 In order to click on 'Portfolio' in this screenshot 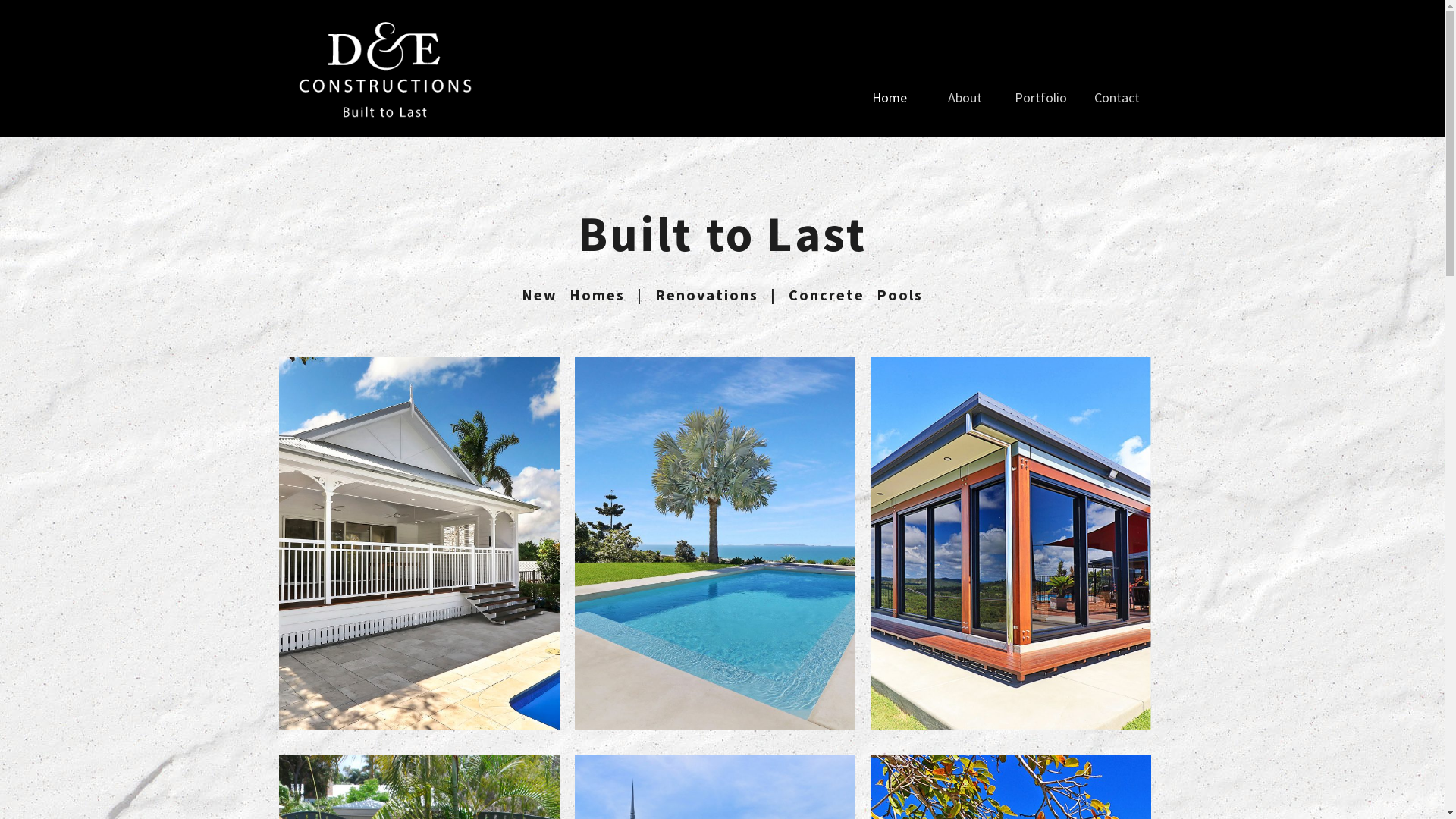, I will do `click(1040, 98)`.